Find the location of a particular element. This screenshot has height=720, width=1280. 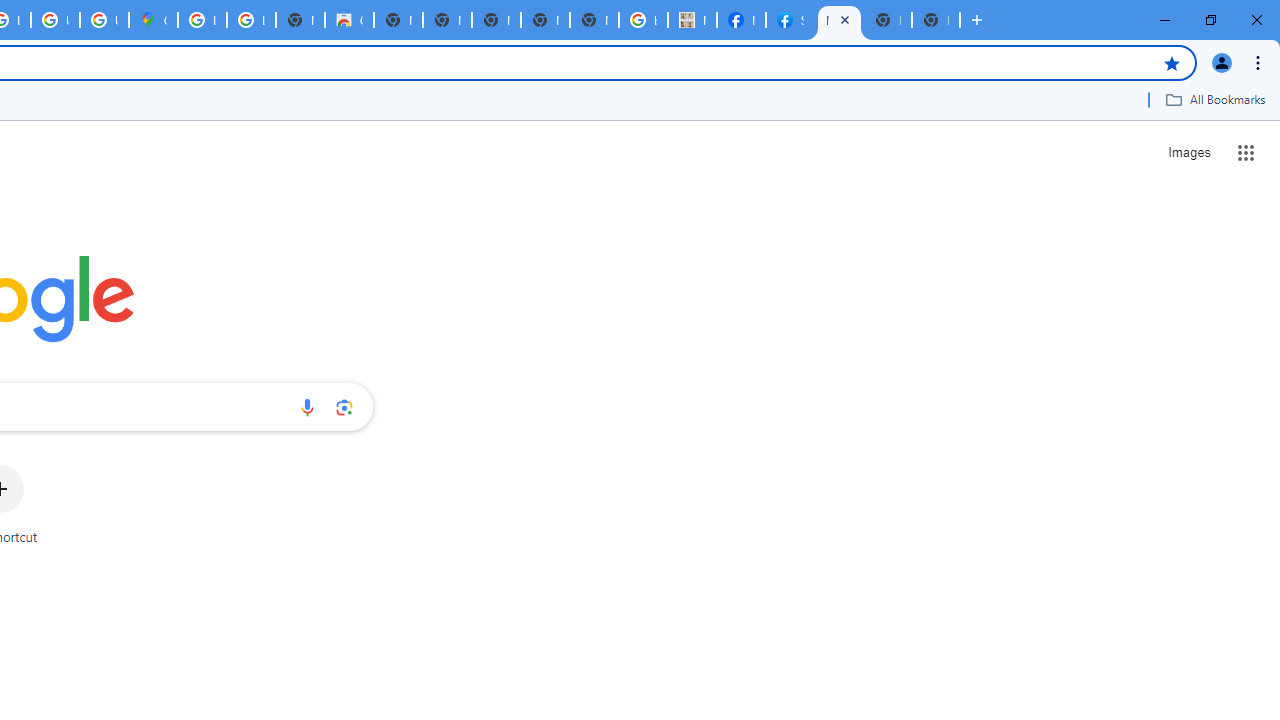

'Sign Up for Facebook' is located at coordinates (789, 20).